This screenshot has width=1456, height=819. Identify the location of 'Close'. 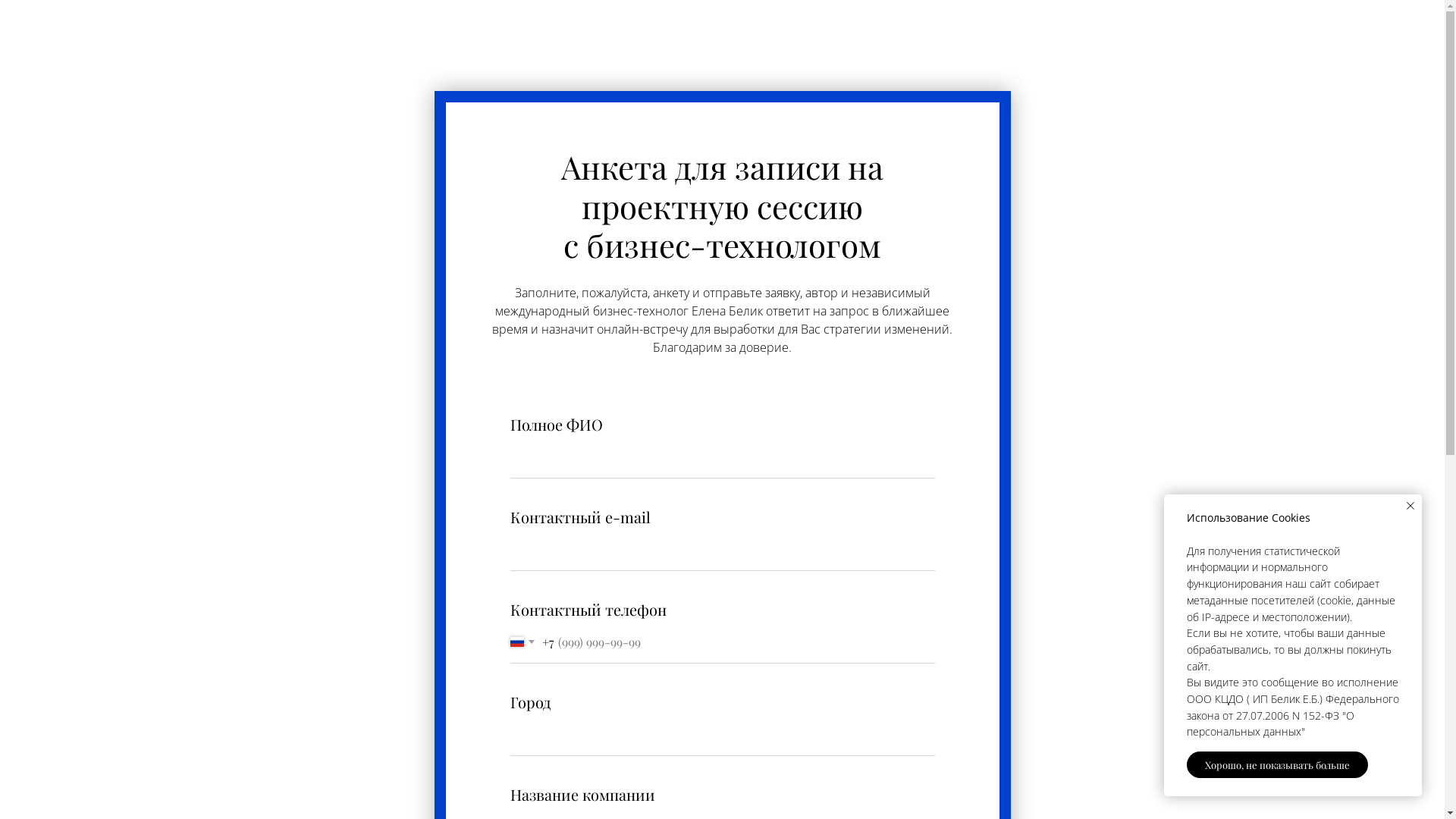
(1410, 506).